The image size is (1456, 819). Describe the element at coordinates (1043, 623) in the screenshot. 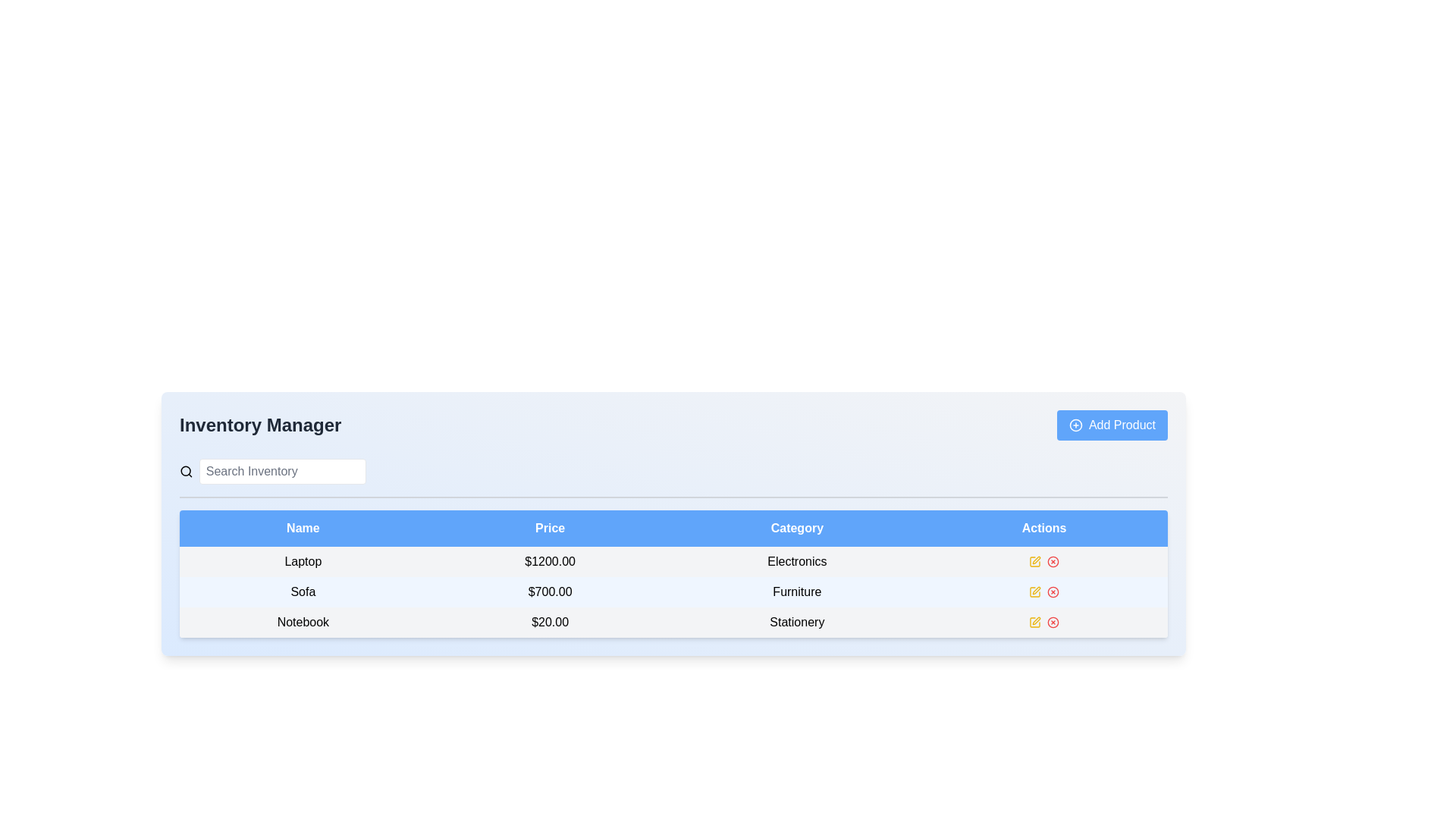

I see `the Icon group in the 'Actions' column of the last row in the table` at that location.